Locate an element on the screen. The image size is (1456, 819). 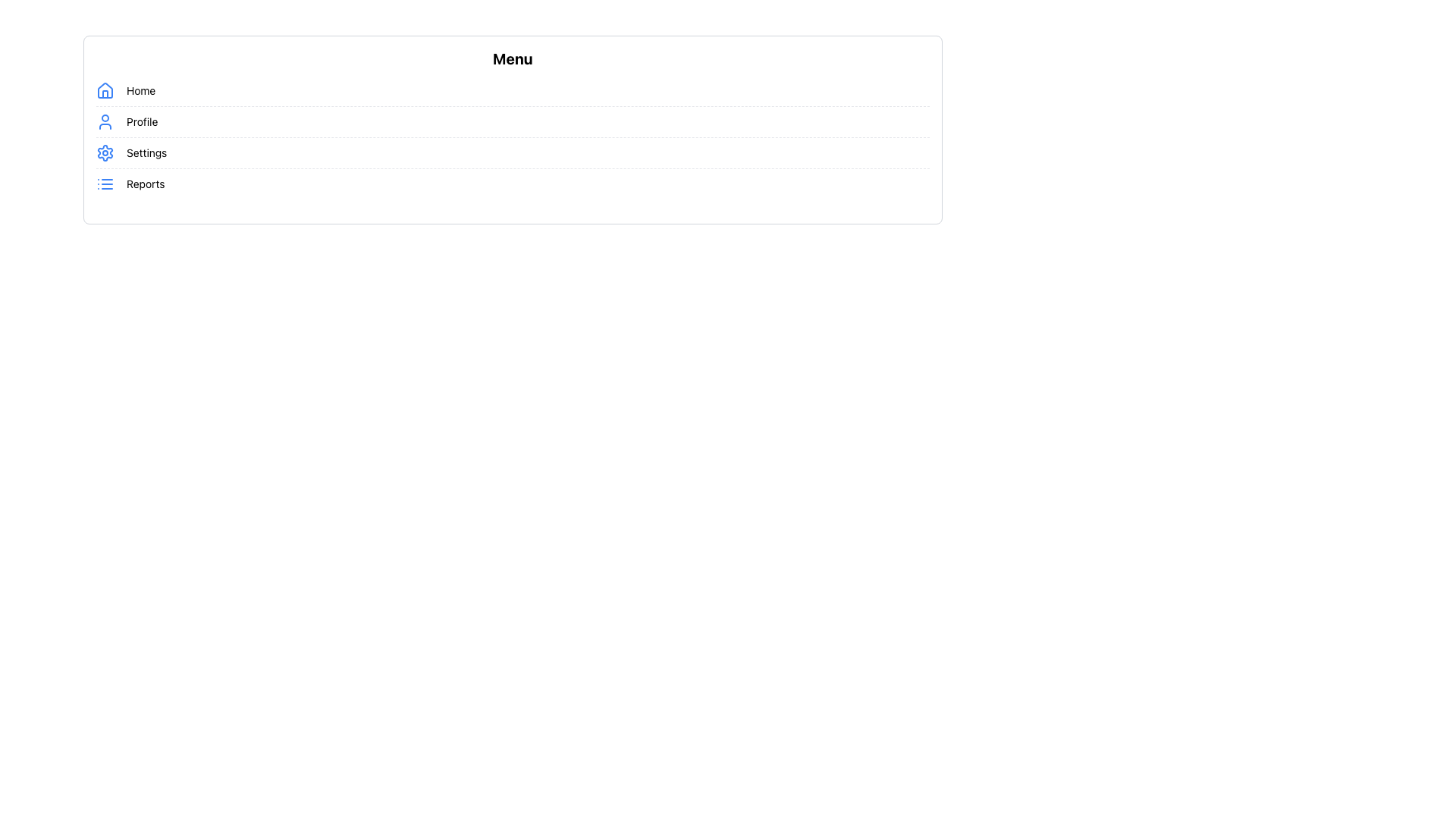
the vertical rectangular shape that represents the doorway of the house icon located in the lower-central part of the house icon within the 'Home' menu entry is located at coordinates (105, 94).